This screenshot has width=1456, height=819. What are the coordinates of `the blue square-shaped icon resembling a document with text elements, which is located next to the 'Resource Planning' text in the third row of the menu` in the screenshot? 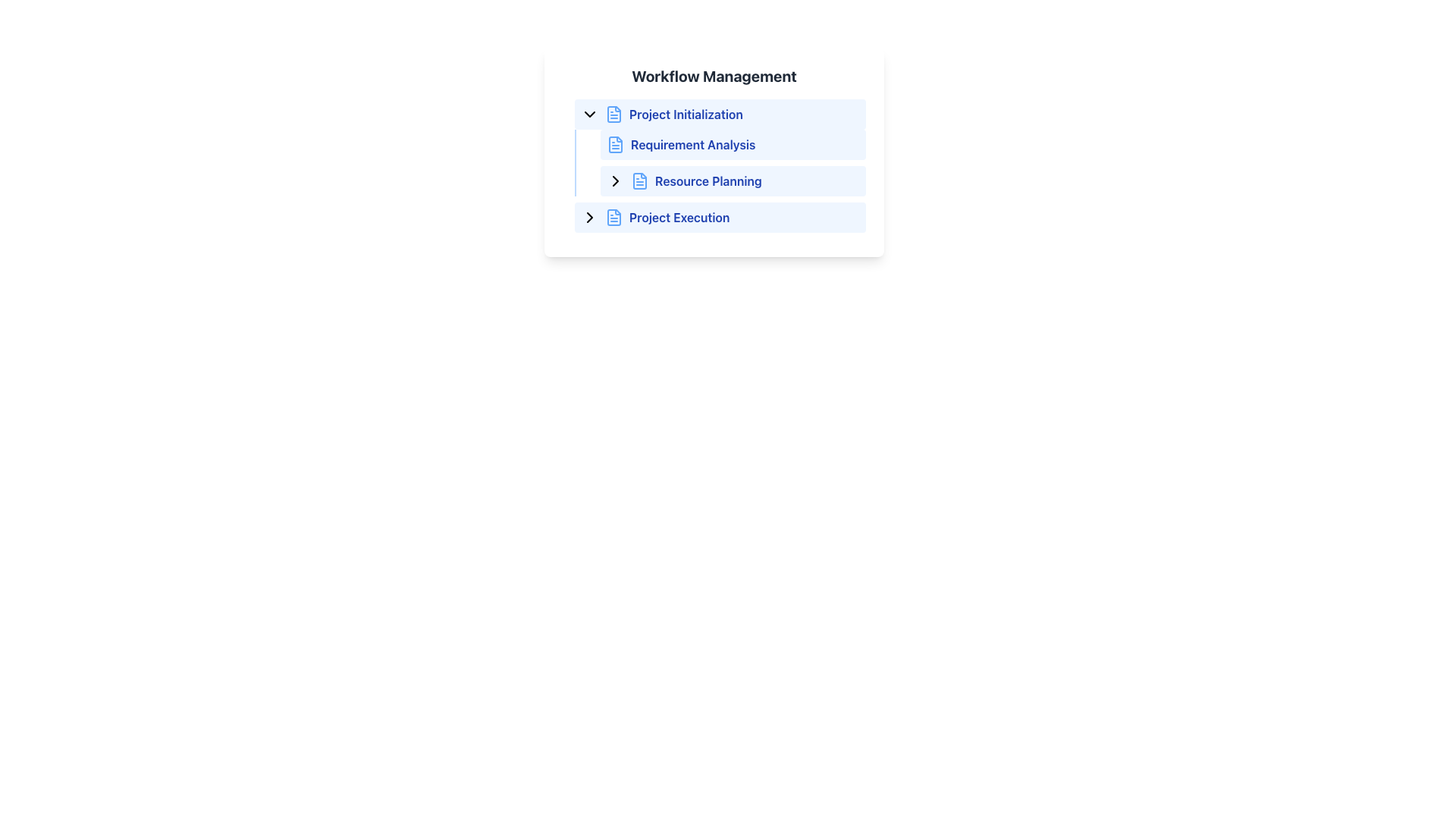 It's located at (640, 180).